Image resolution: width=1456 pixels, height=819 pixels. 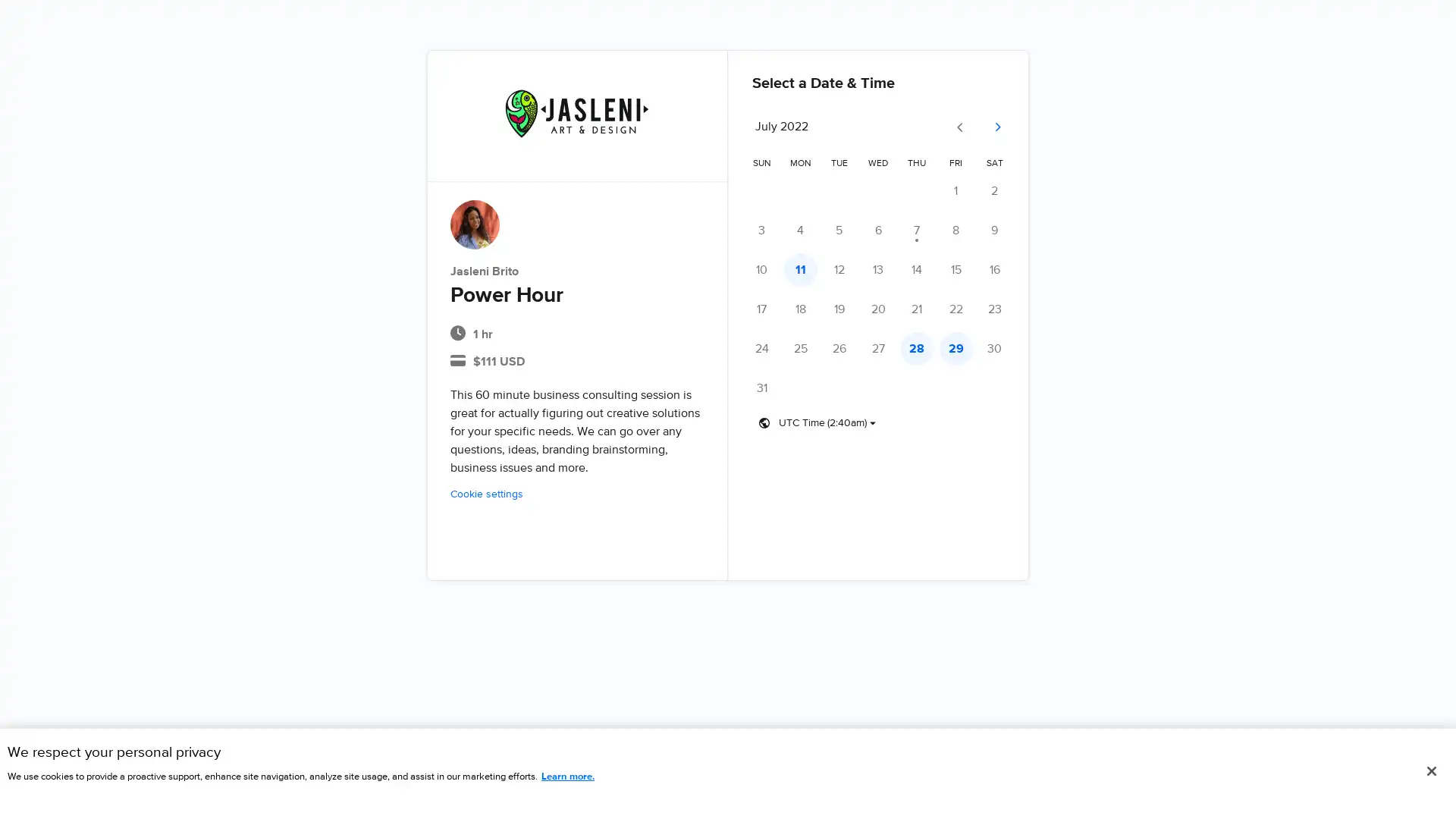 What do you see at coordinates (1430, 771) in the screenshot?
I see `Close` at bounding box center [1430, 771].